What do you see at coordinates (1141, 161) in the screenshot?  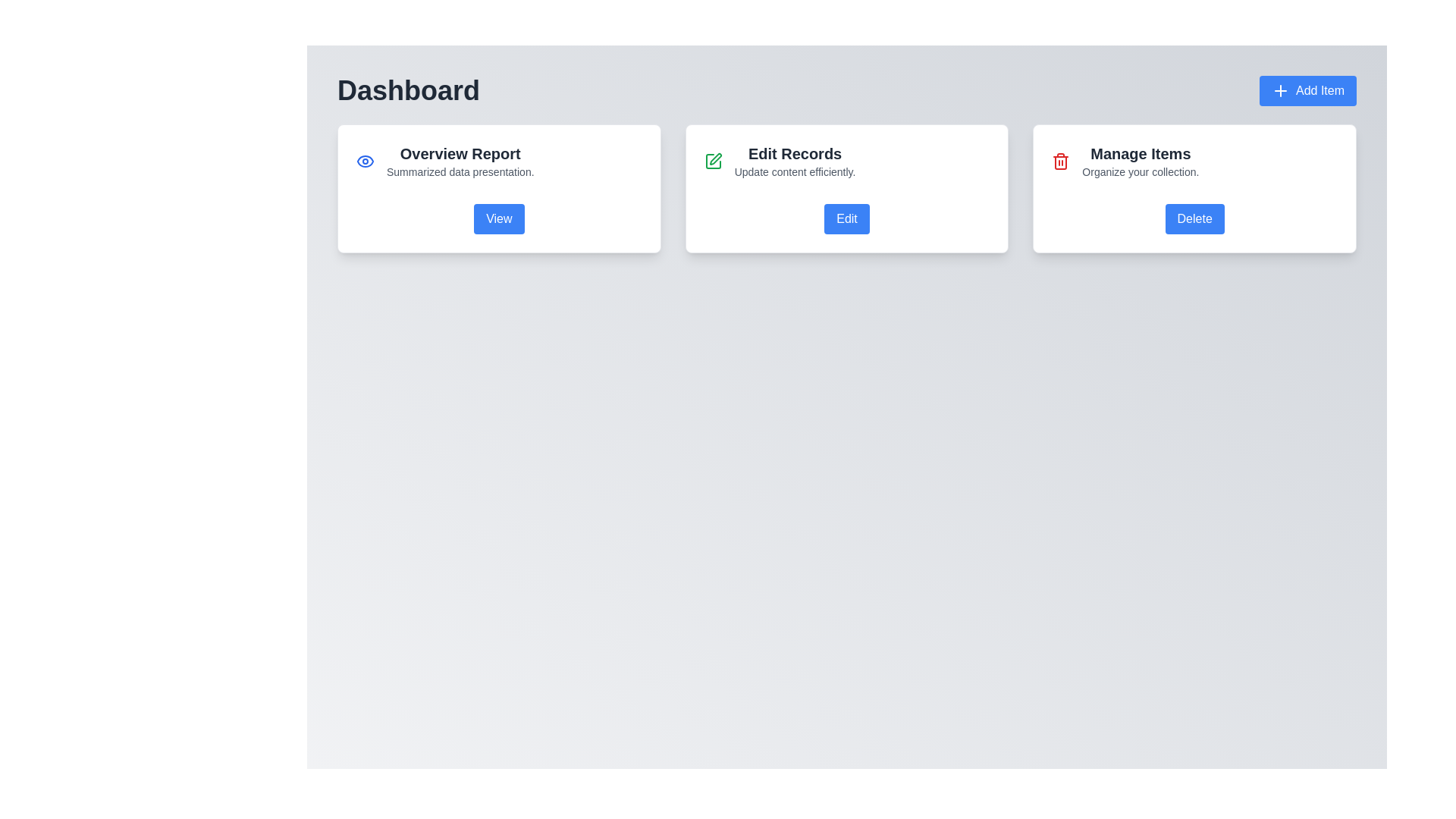 I see `text from the textual label functioning as the header of the third card in the dashboard, located to the right of the 'Edit Records' card` at bounding box center [1141, 161].